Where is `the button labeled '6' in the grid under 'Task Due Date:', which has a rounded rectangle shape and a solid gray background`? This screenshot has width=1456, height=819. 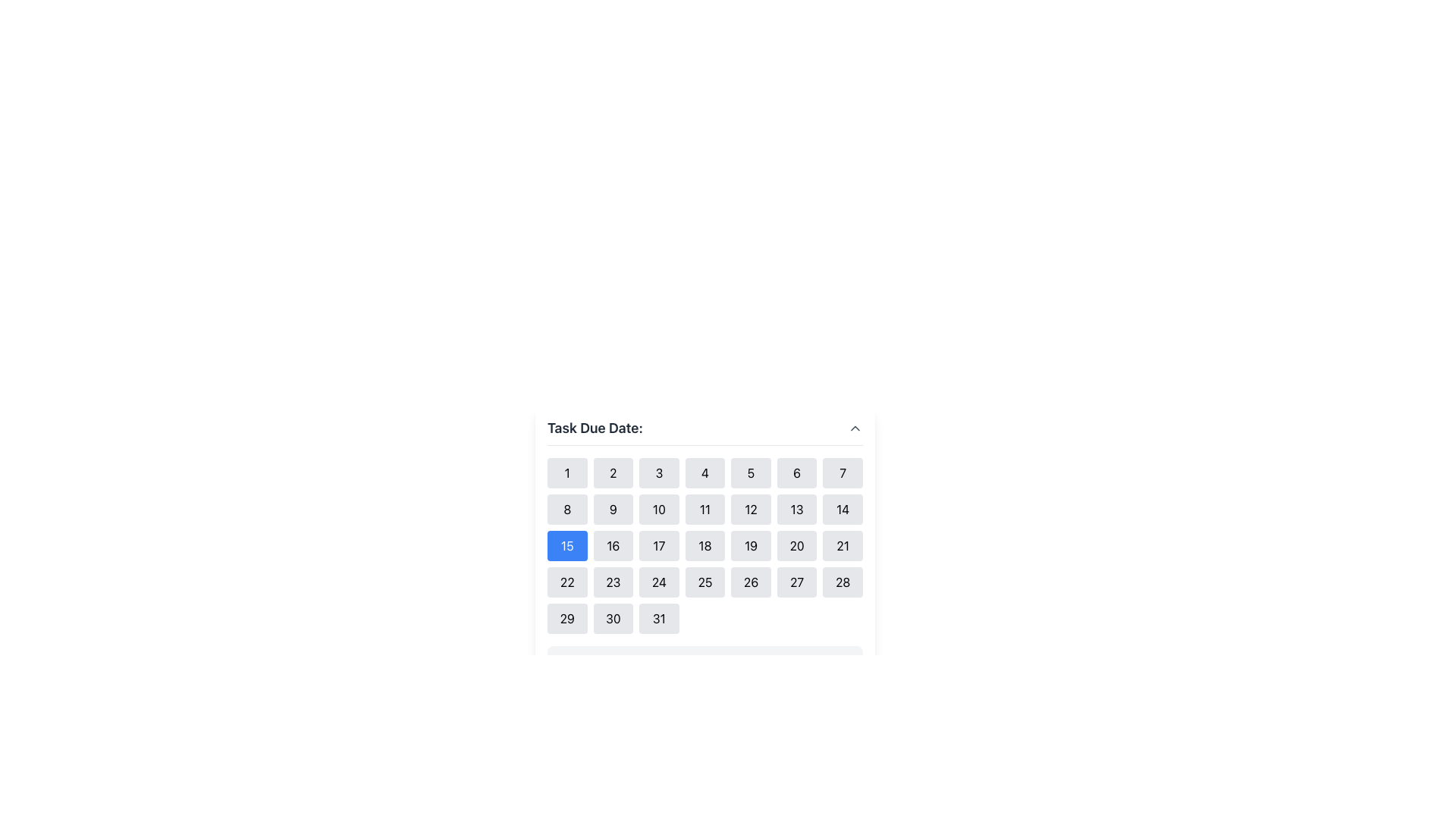 the button labeled '6' in the grid under 'Task Due Date:', which has a rounded rectangle shape and a solid gray background is located at coordinates (796, 472).